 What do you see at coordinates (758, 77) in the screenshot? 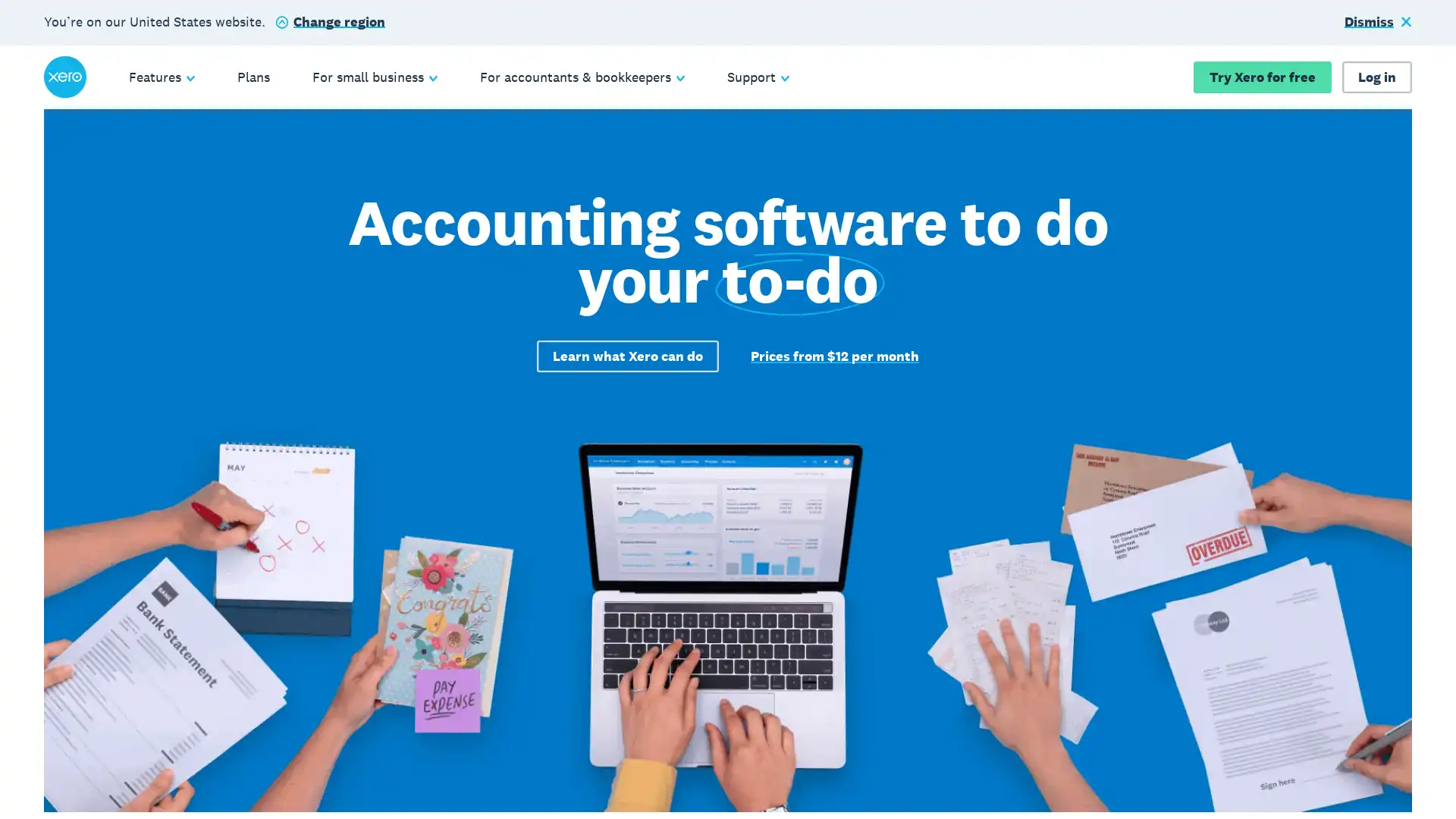
I see `Support` at bounding box center [758, 77].